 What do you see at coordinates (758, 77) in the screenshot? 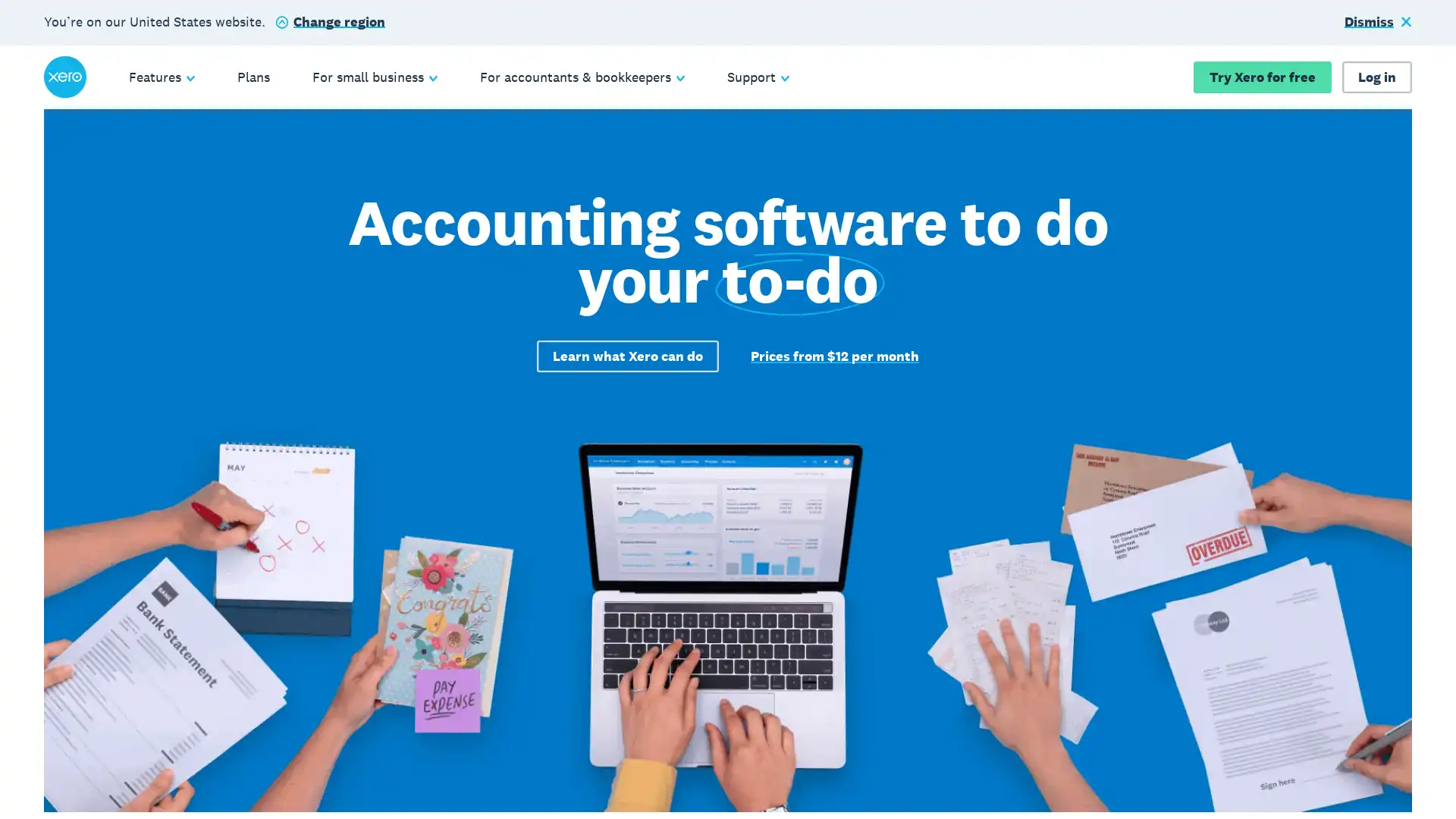
I see `Support` at bounding box center [758, 77].